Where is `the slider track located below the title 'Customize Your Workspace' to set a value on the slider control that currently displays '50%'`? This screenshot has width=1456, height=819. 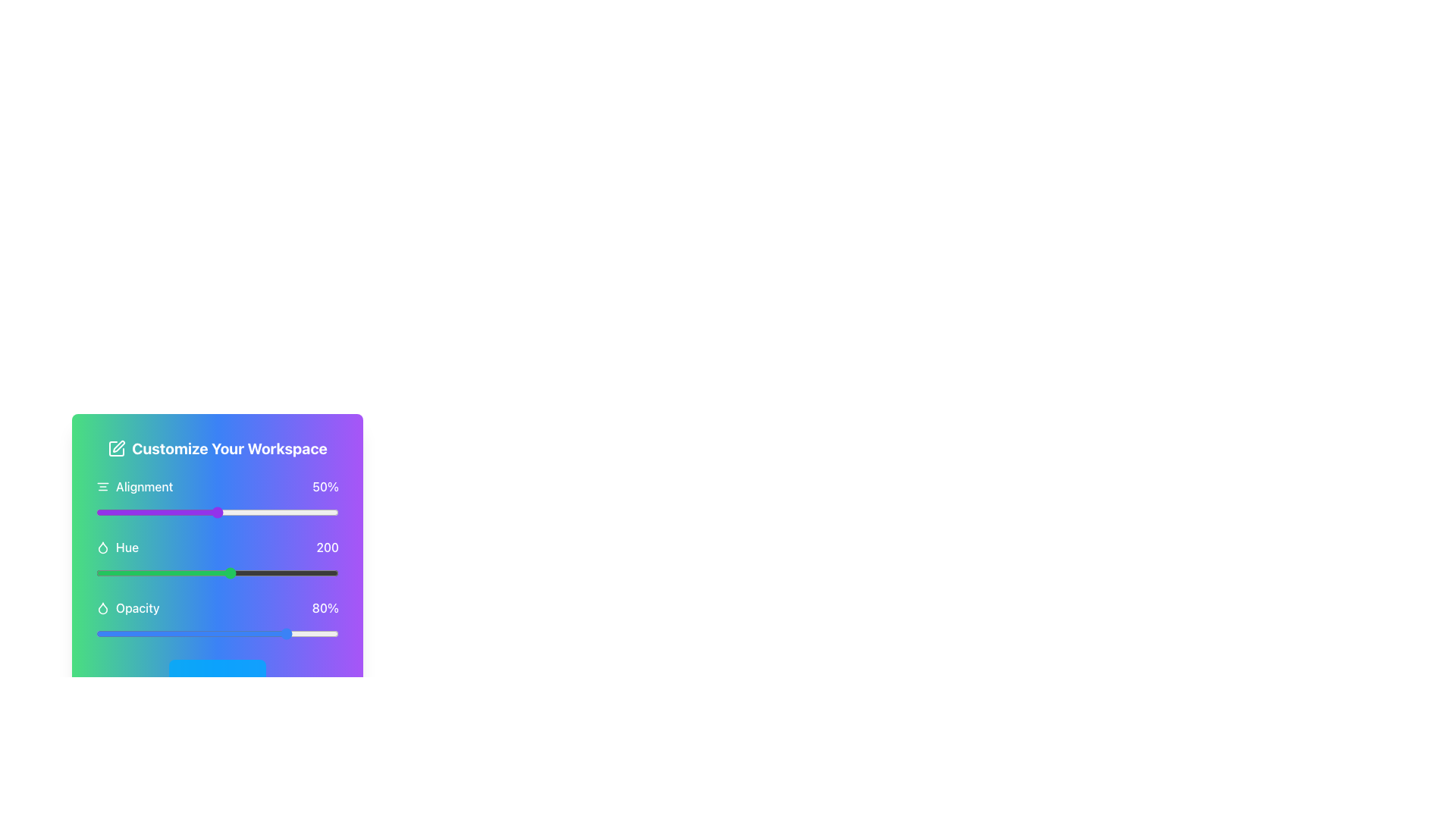
the slider track located below the title 'Customize Your Workspace' to set a value on the slider control that currently displays '50%' is located at coordinates (217, 499).